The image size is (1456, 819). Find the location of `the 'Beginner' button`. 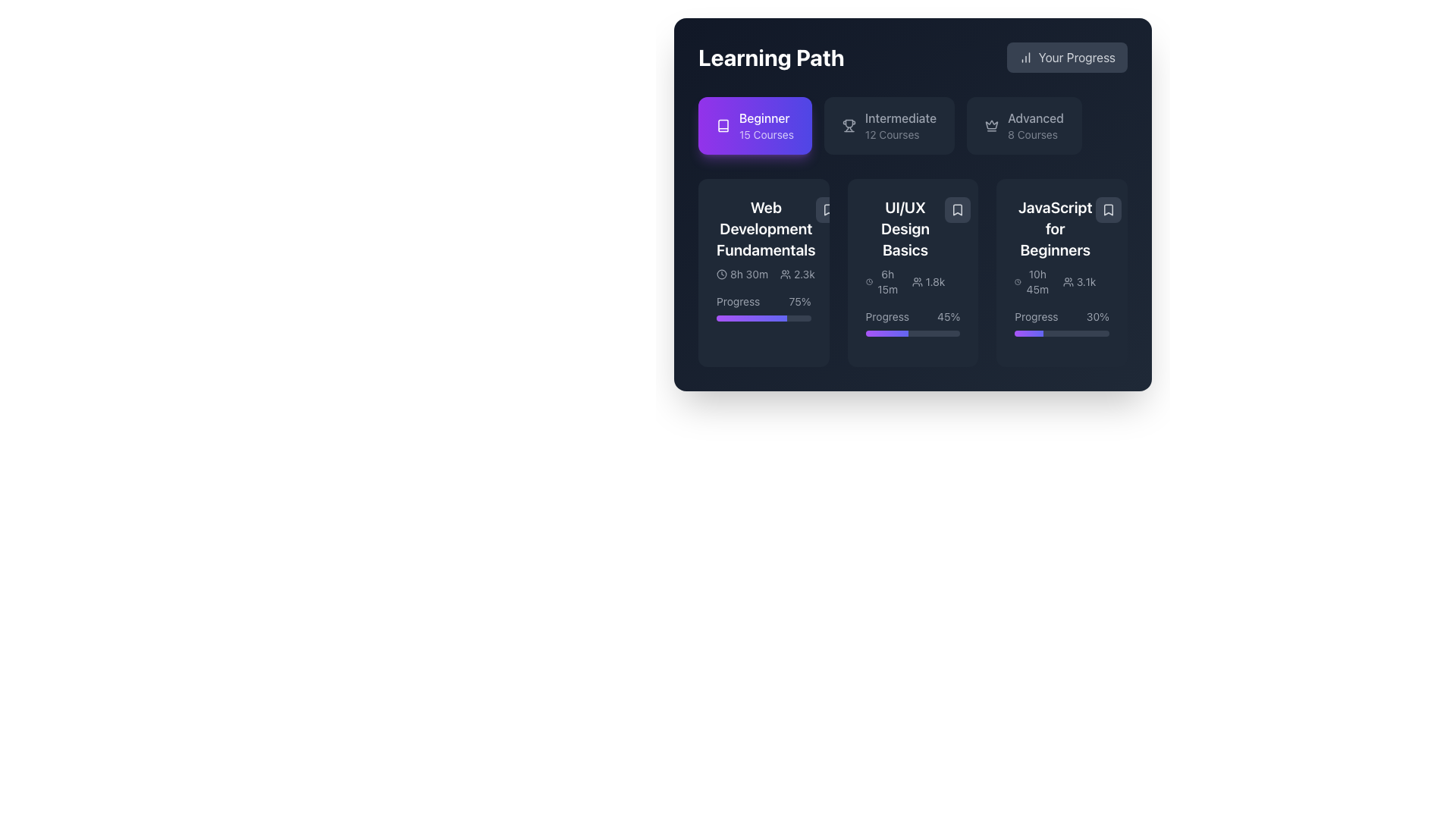

the 'Beginner' button is located at coordinates (755, 124).